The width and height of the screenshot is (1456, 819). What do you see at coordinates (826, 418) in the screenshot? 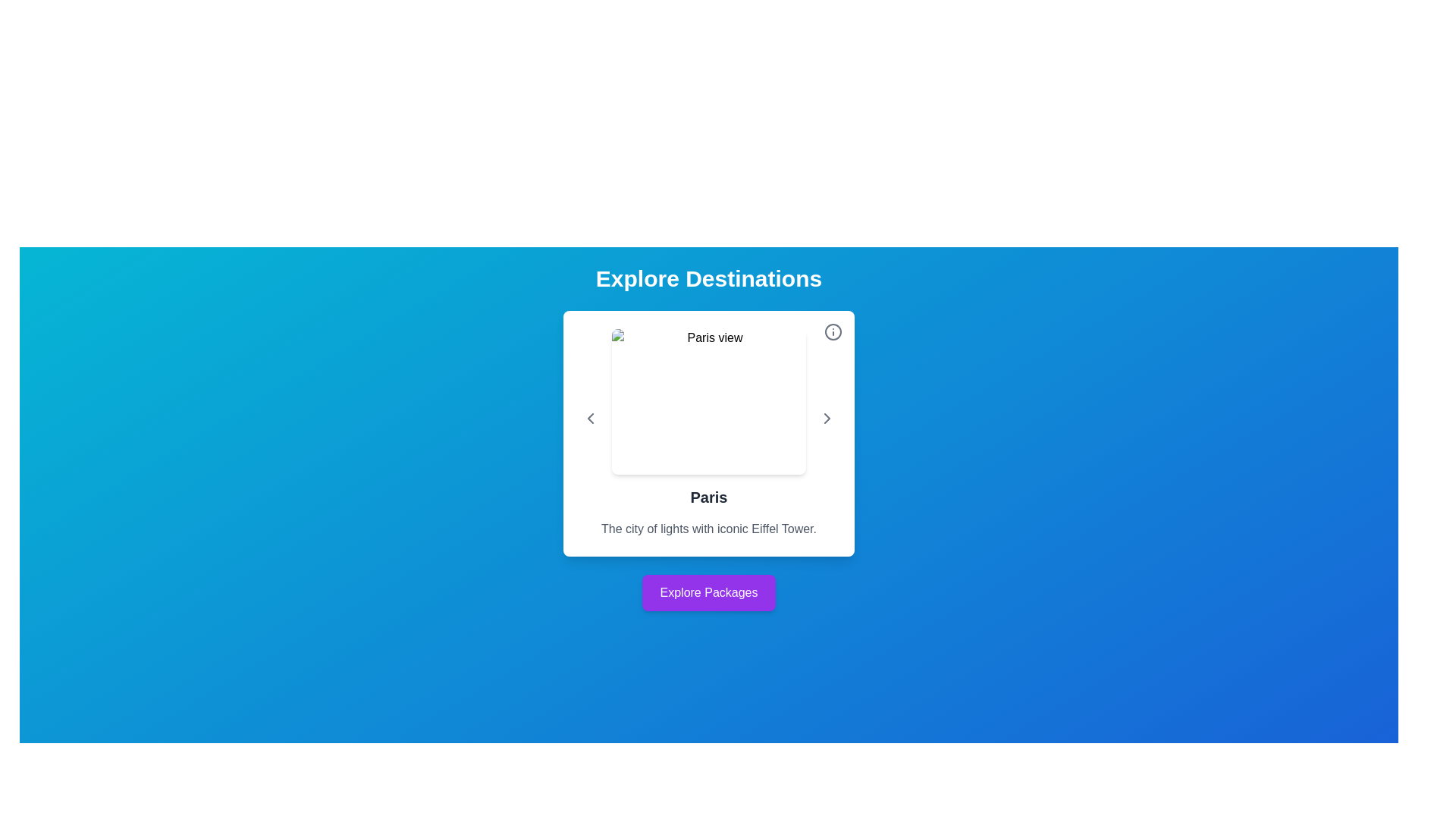
I see `the right-chevron icon, which is a minimalistic gray navigational button located at the far right of the horizontal component set` at bounding box center [826, 418].